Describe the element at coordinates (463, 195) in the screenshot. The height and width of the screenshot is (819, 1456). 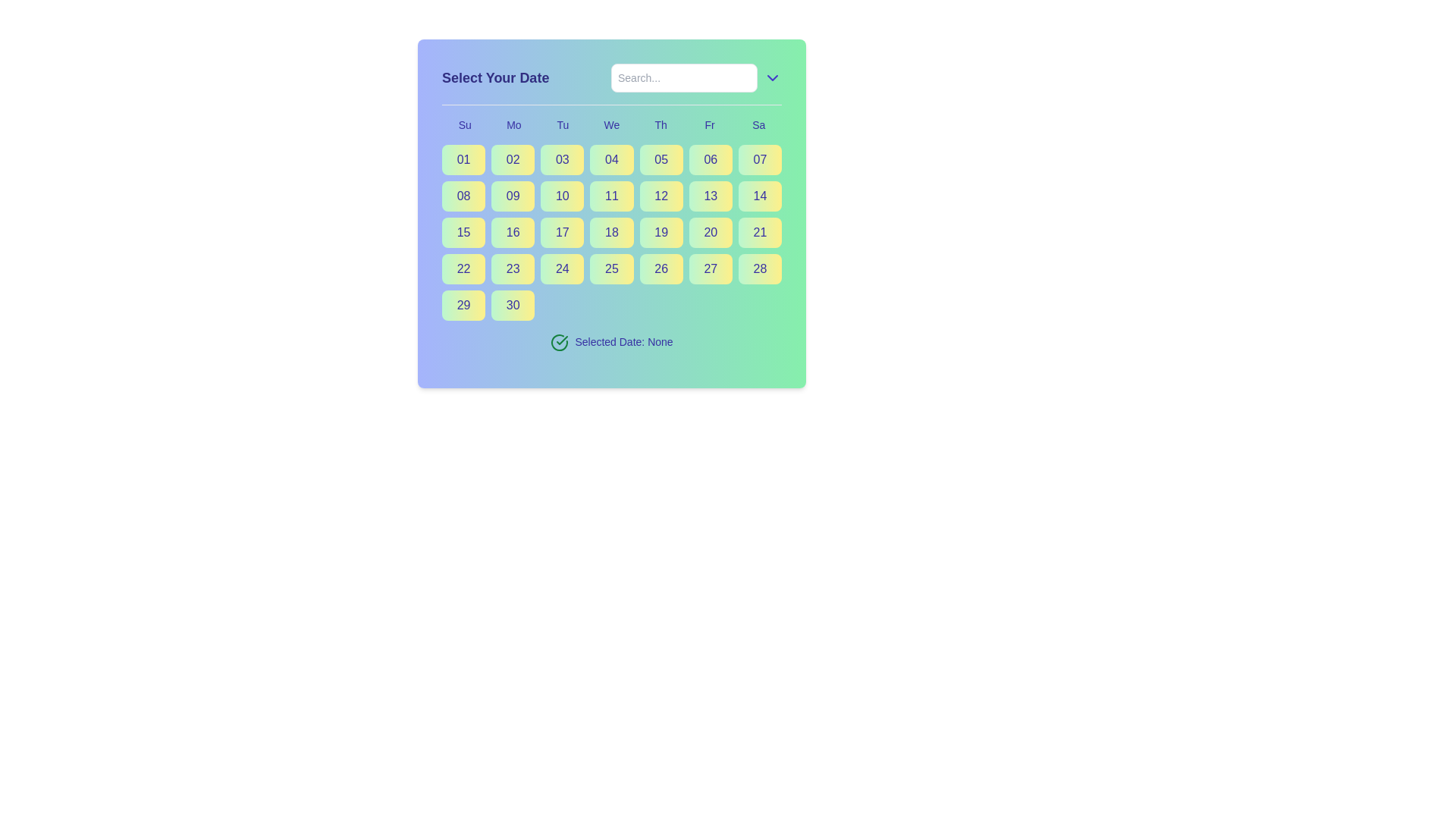
I see `the button displaying '08' with a gradient background from green to yellow, located in the second row and first column of the grid` at that location.